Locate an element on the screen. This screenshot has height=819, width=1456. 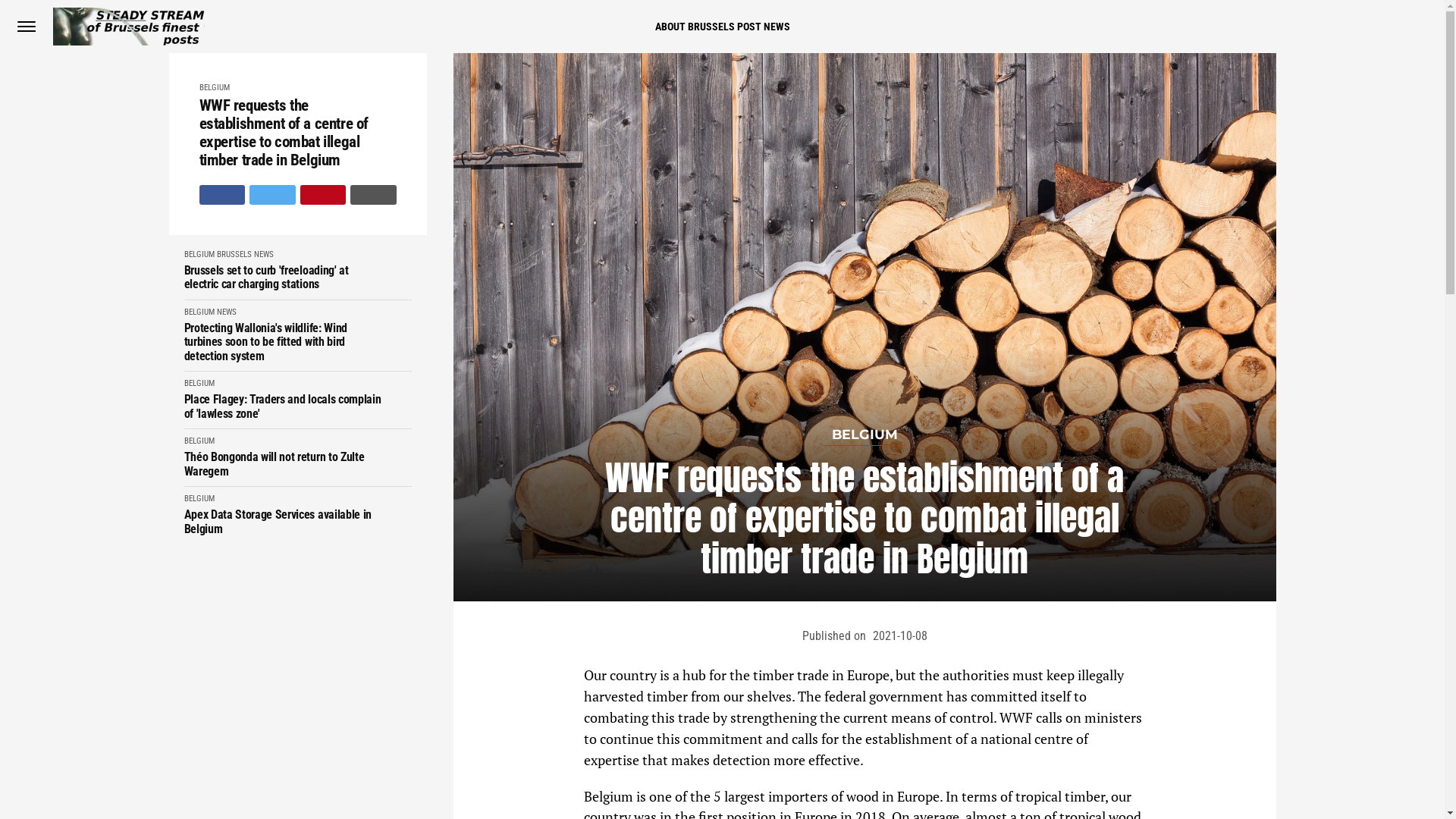
'Pin This Post' is located at coordinates (322, 194).